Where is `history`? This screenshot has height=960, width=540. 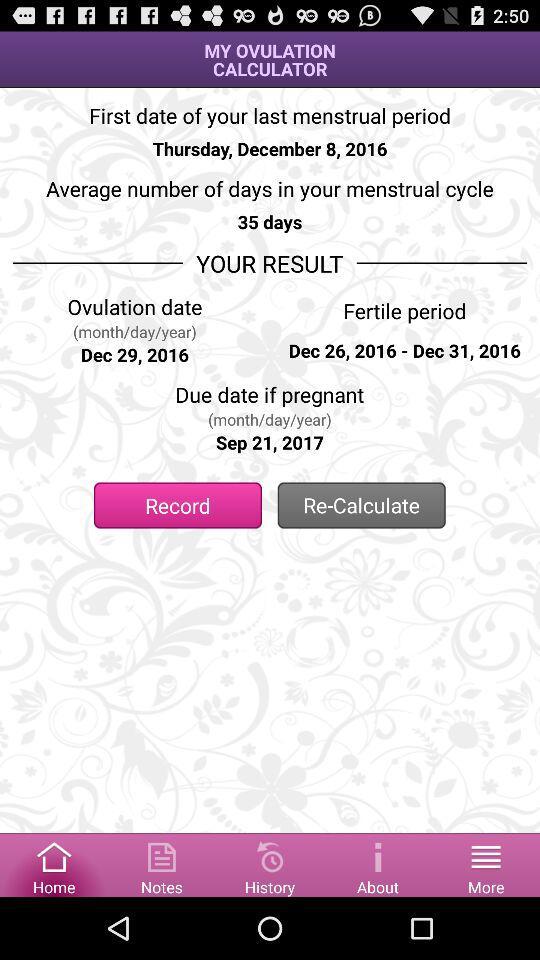 history is located at coordinates (270, 863).